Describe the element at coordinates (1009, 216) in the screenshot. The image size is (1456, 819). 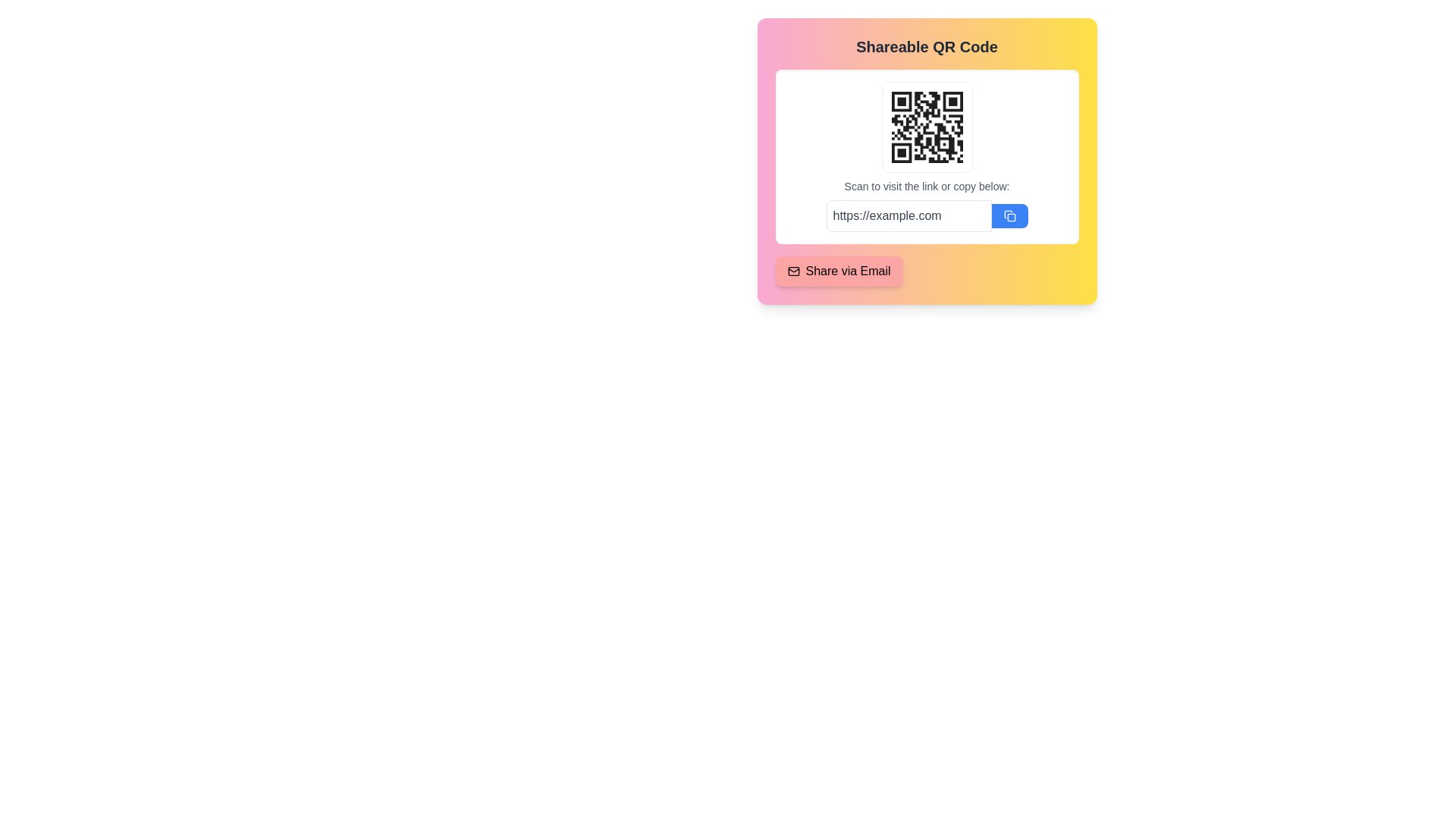
I see `the 'copy' icon/button located to the right of the URL input field below the QR code to copy the URL` at that location.